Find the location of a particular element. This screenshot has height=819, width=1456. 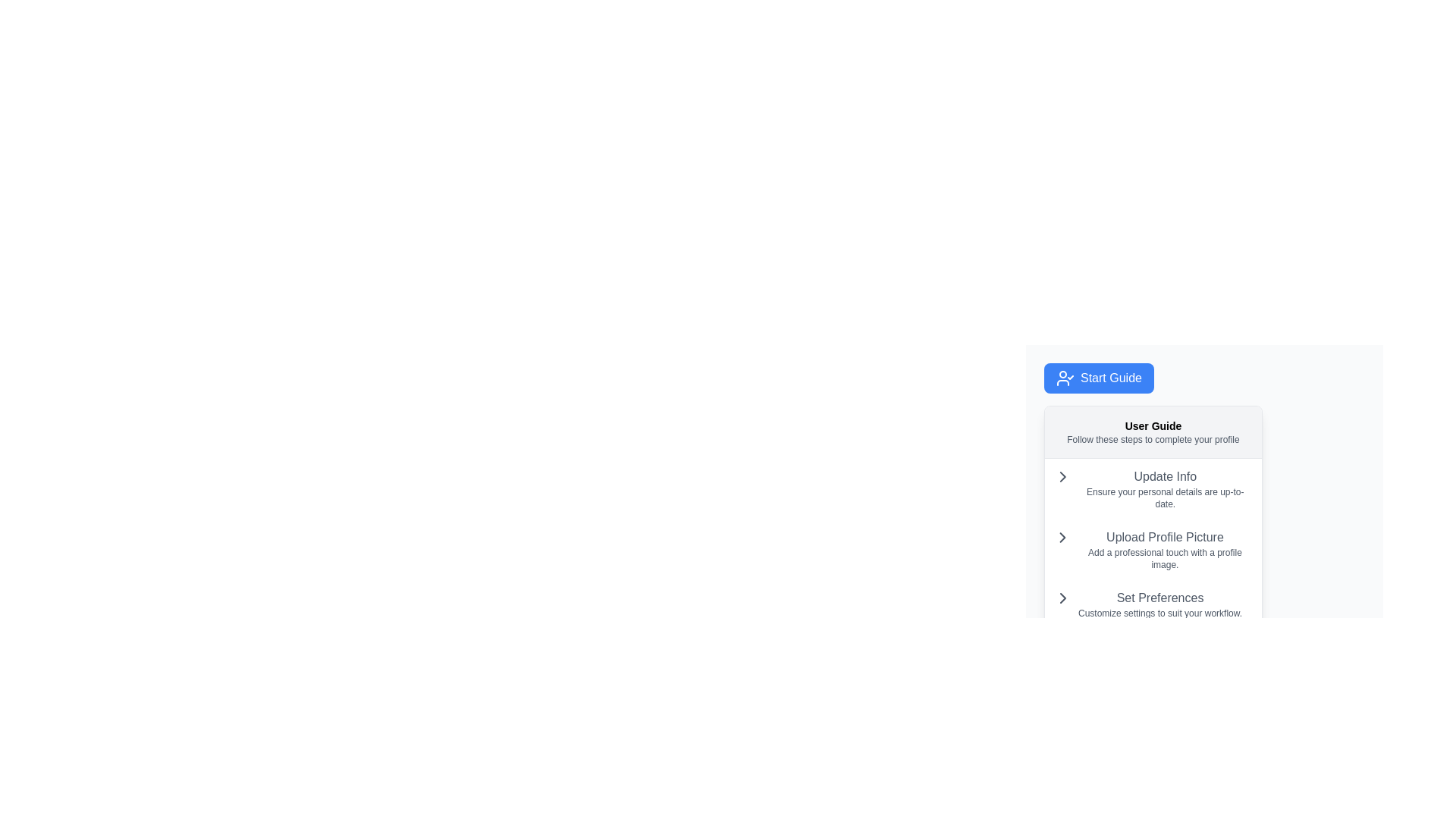

the chevron icon indicating the 'Upload Profile Picture' option in the vertical navigation menu is located at coordinates (1062, 537).